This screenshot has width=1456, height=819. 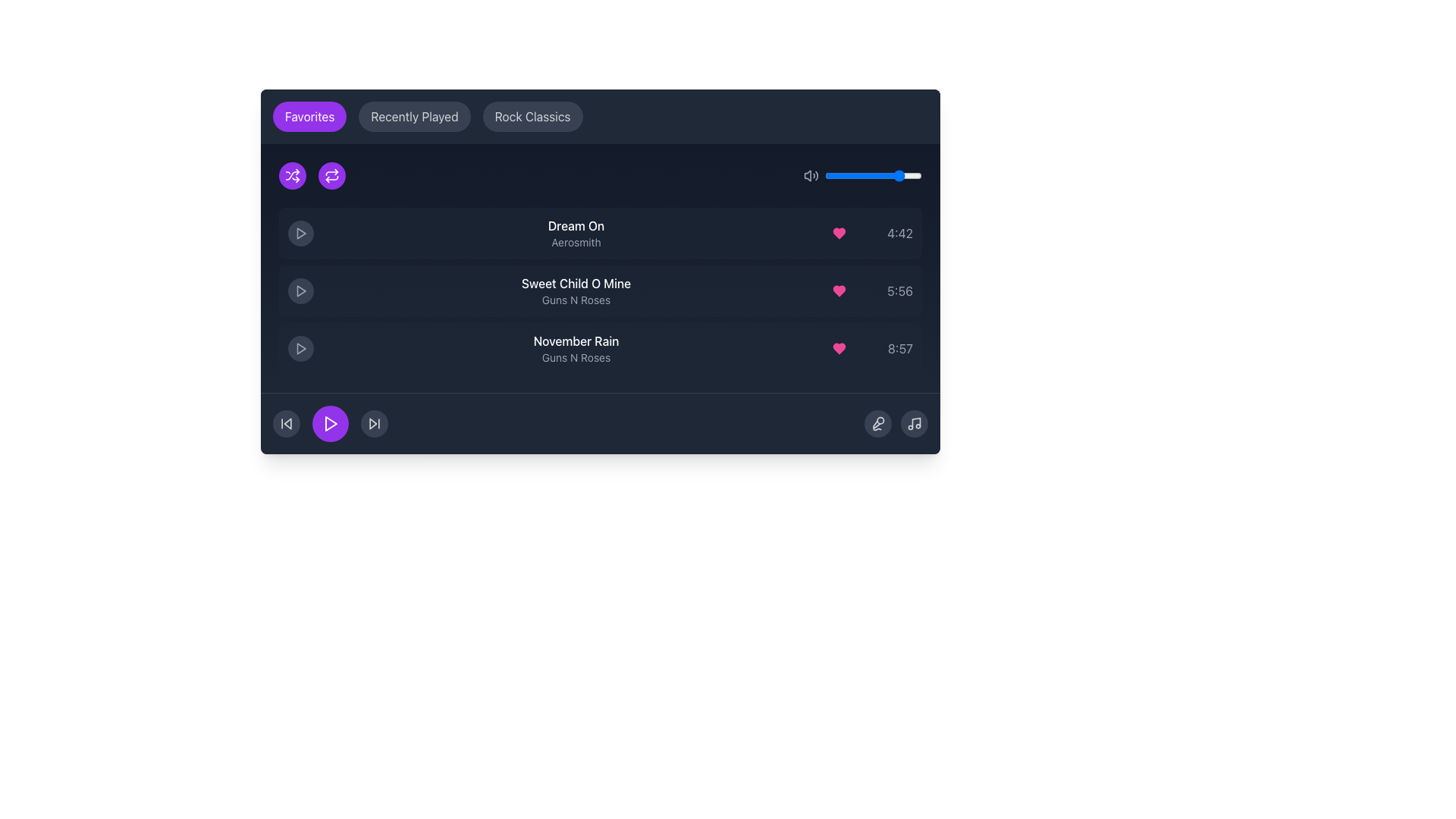 What do you see at coordinates (836, 174) in the screenshot?
I see `the volume` at bounding box center [836, 174].